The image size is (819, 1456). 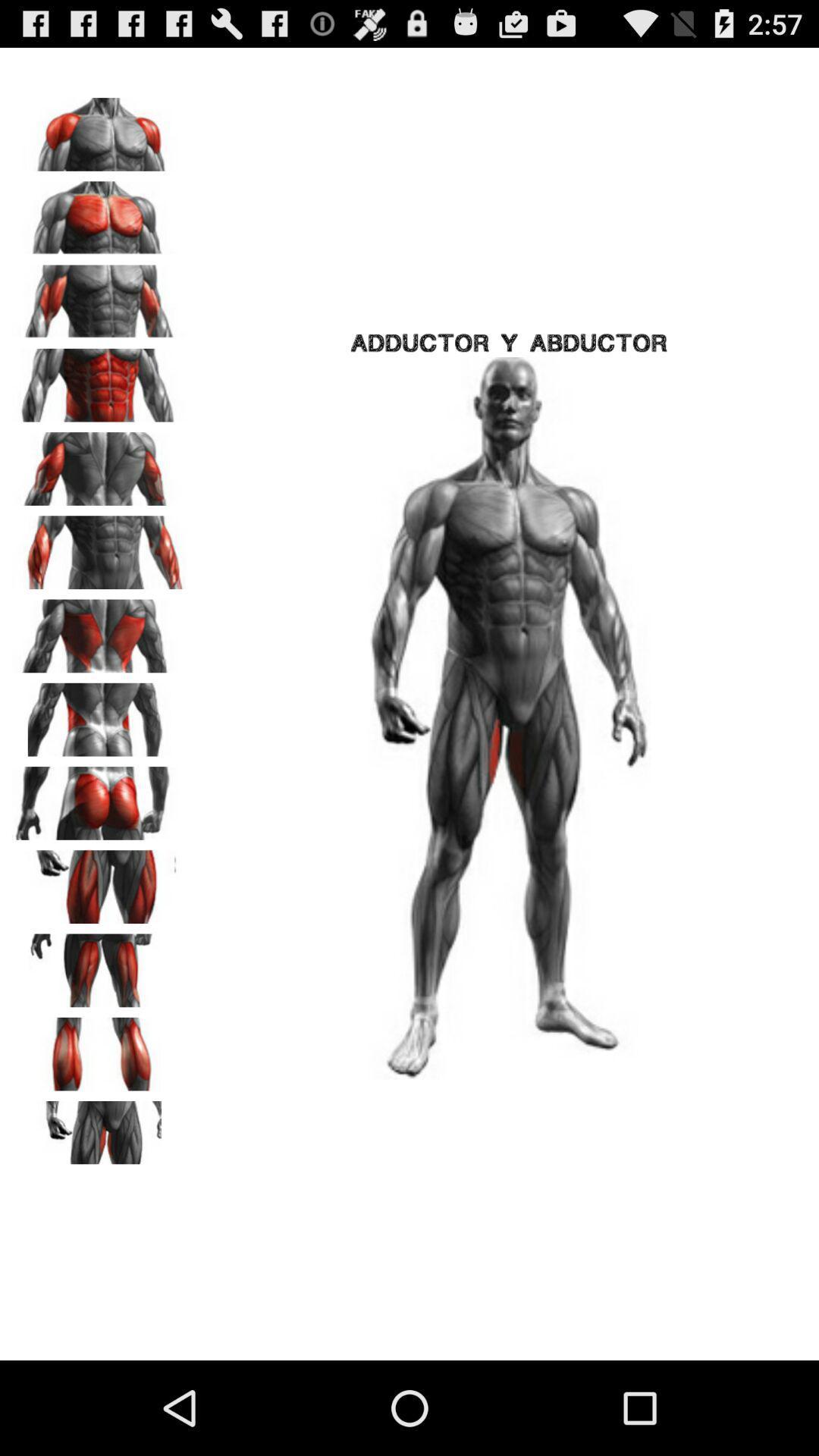 I want to click on biceps, so click(x=99, y=297).